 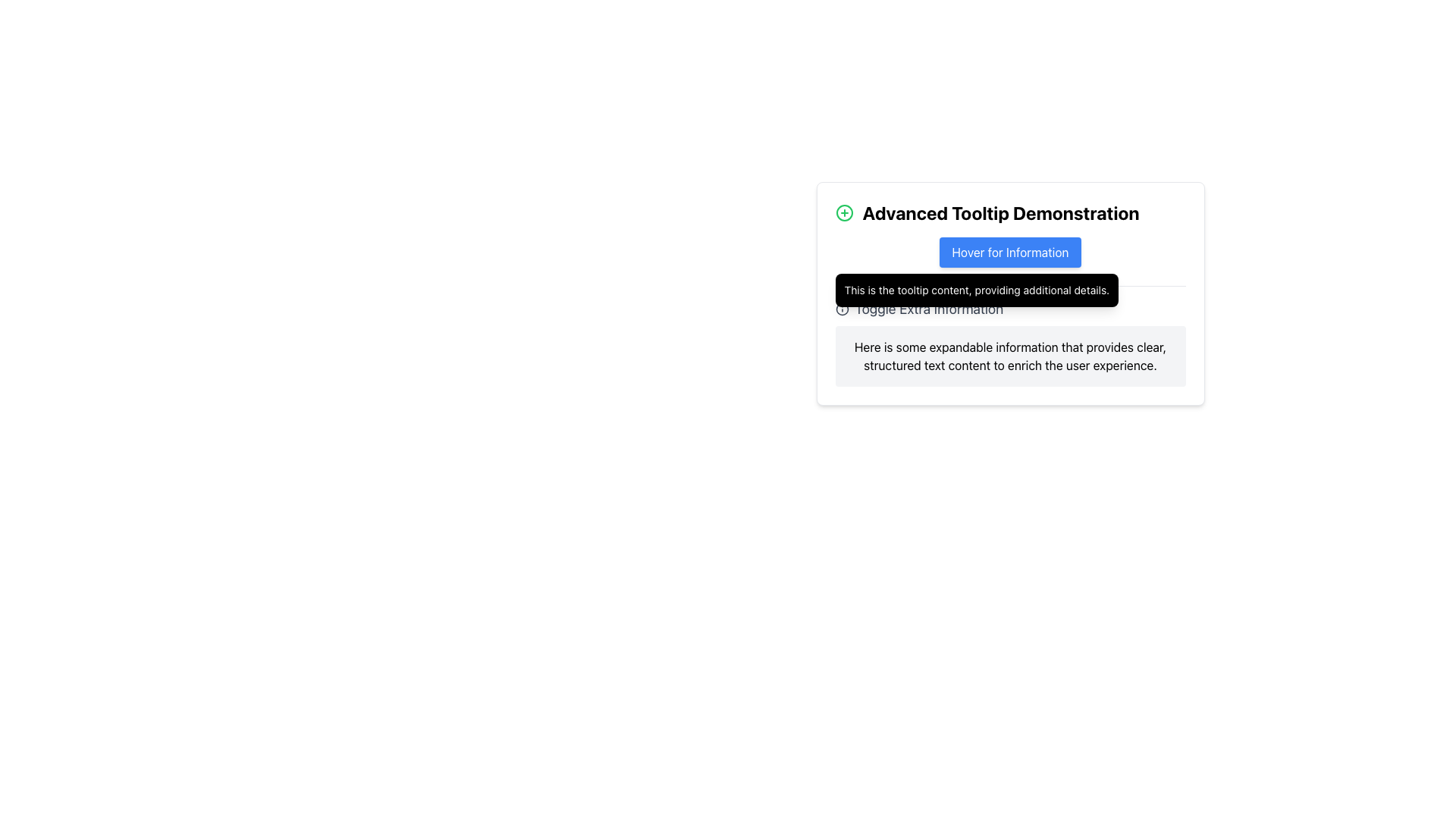 What do you see at coordinates (1010, 251) in the screenshot?
I see `the centrally positioned button that displays a tooltip when hovered, located above a black tooltip box` at bounding box center [1010, 251].